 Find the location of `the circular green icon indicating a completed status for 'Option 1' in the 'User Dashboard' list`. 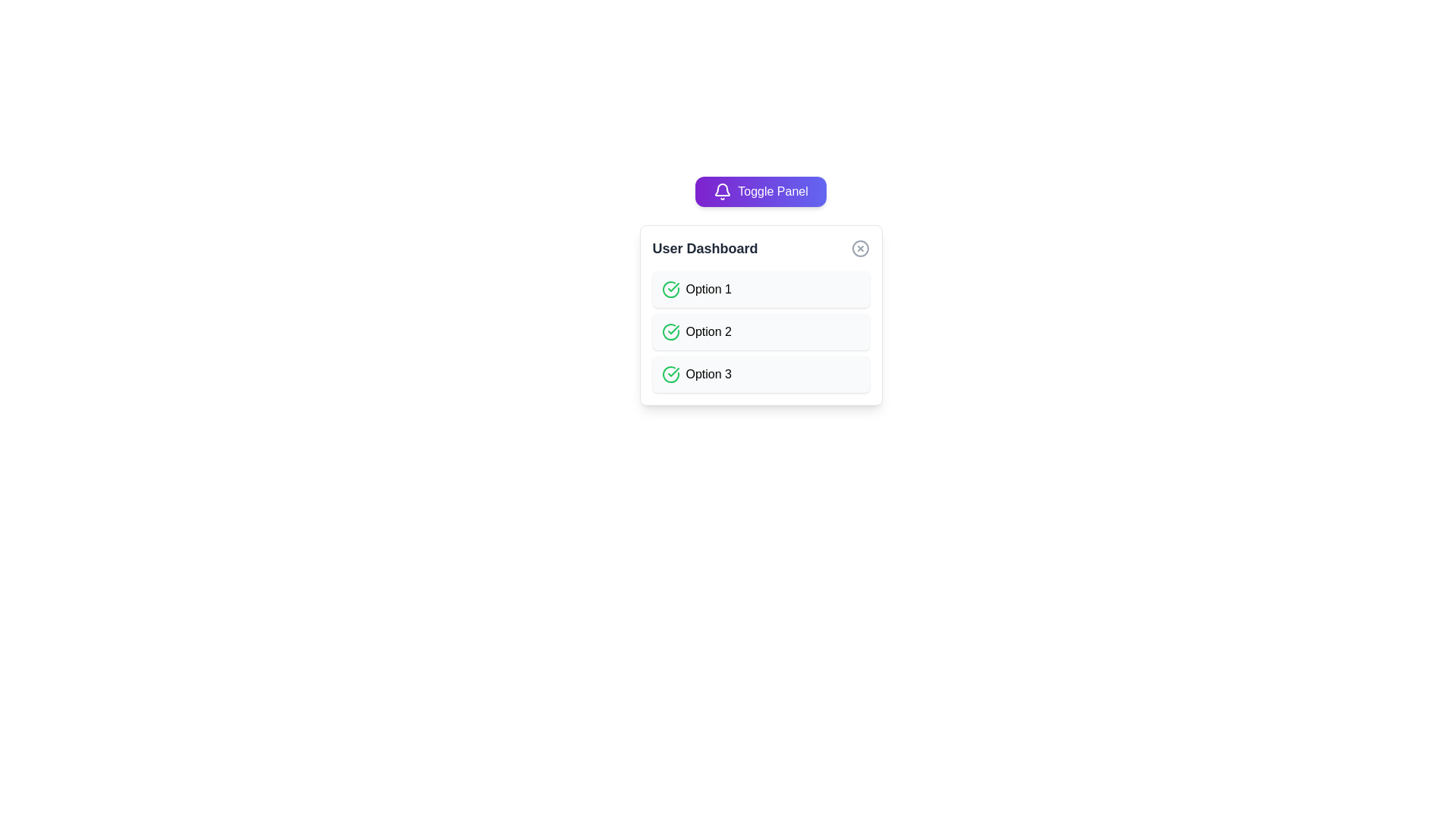

the circular green icon indicating a completed status for 'Option 1' in the 'User Dashboard' list is located at coordinates (673, 329).